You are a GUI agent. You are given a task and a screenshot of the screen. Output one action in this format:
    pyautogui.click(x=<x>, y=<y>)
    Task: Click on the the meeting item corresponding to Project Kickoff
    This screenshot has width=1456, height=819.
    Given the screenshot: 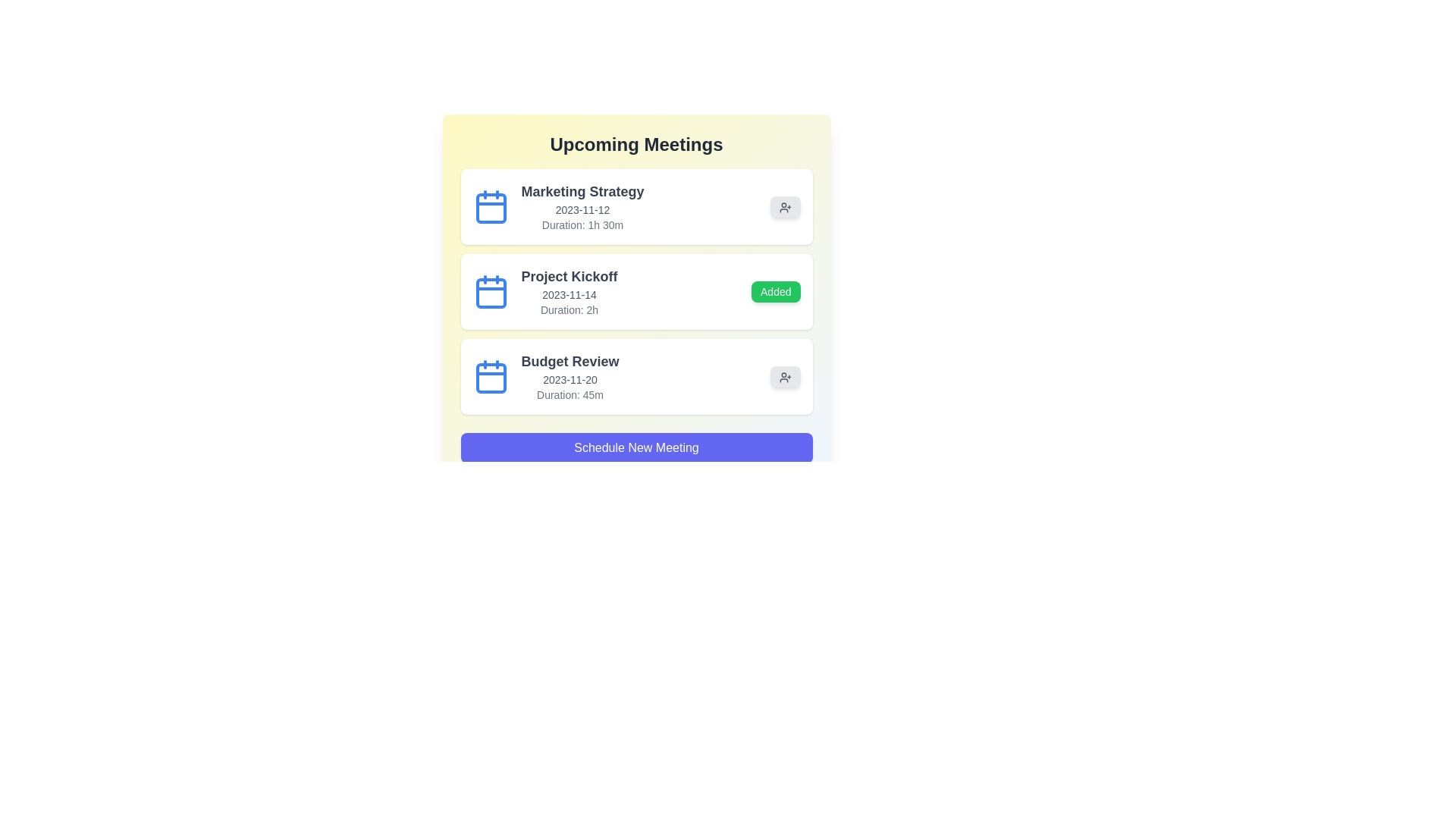 What is the action you would take?
    pyautogui.click(x=636, y=292)
    